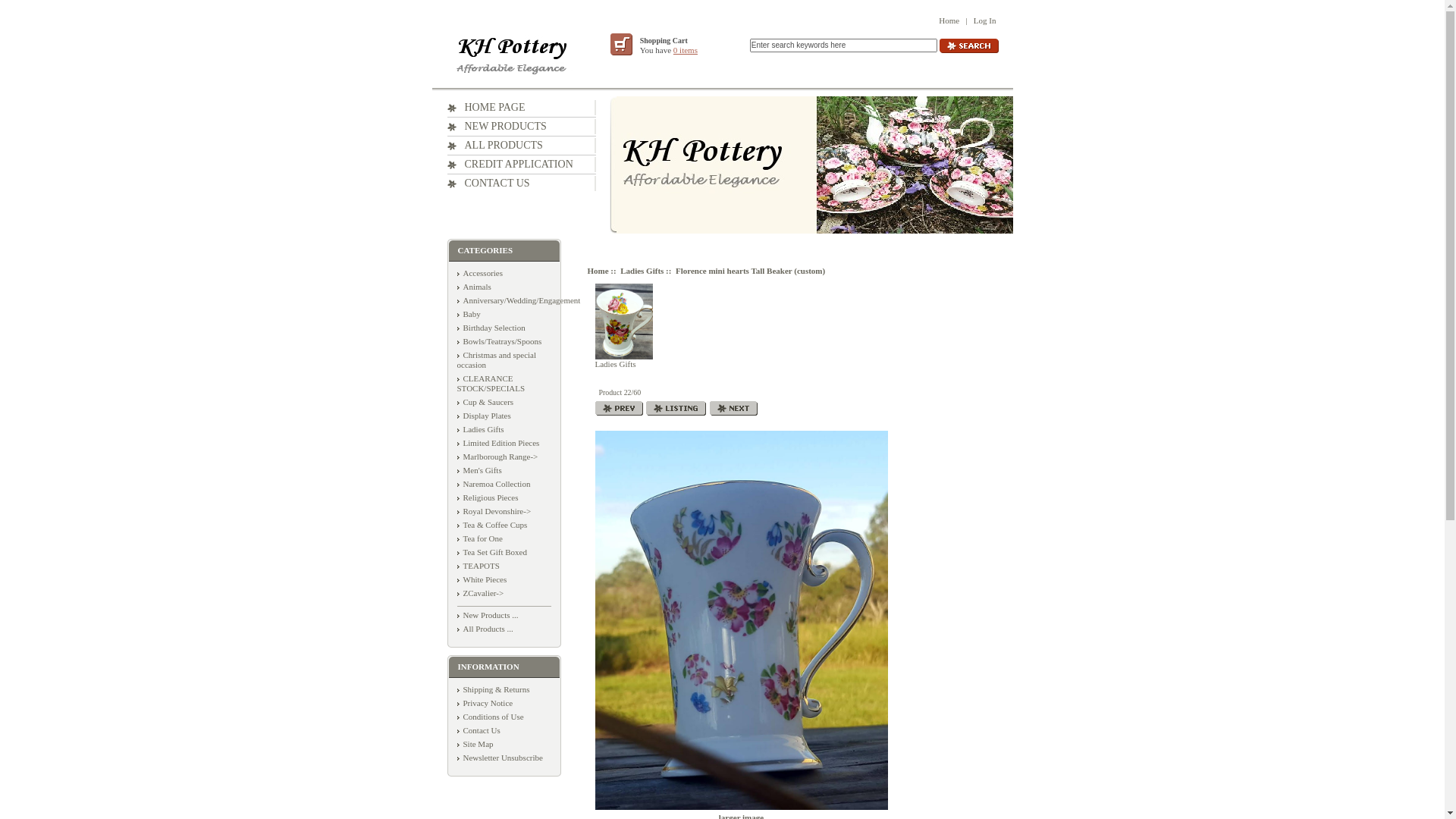 The image size is (1456, 819). I want to click on ' Next ', so click(733, 407).